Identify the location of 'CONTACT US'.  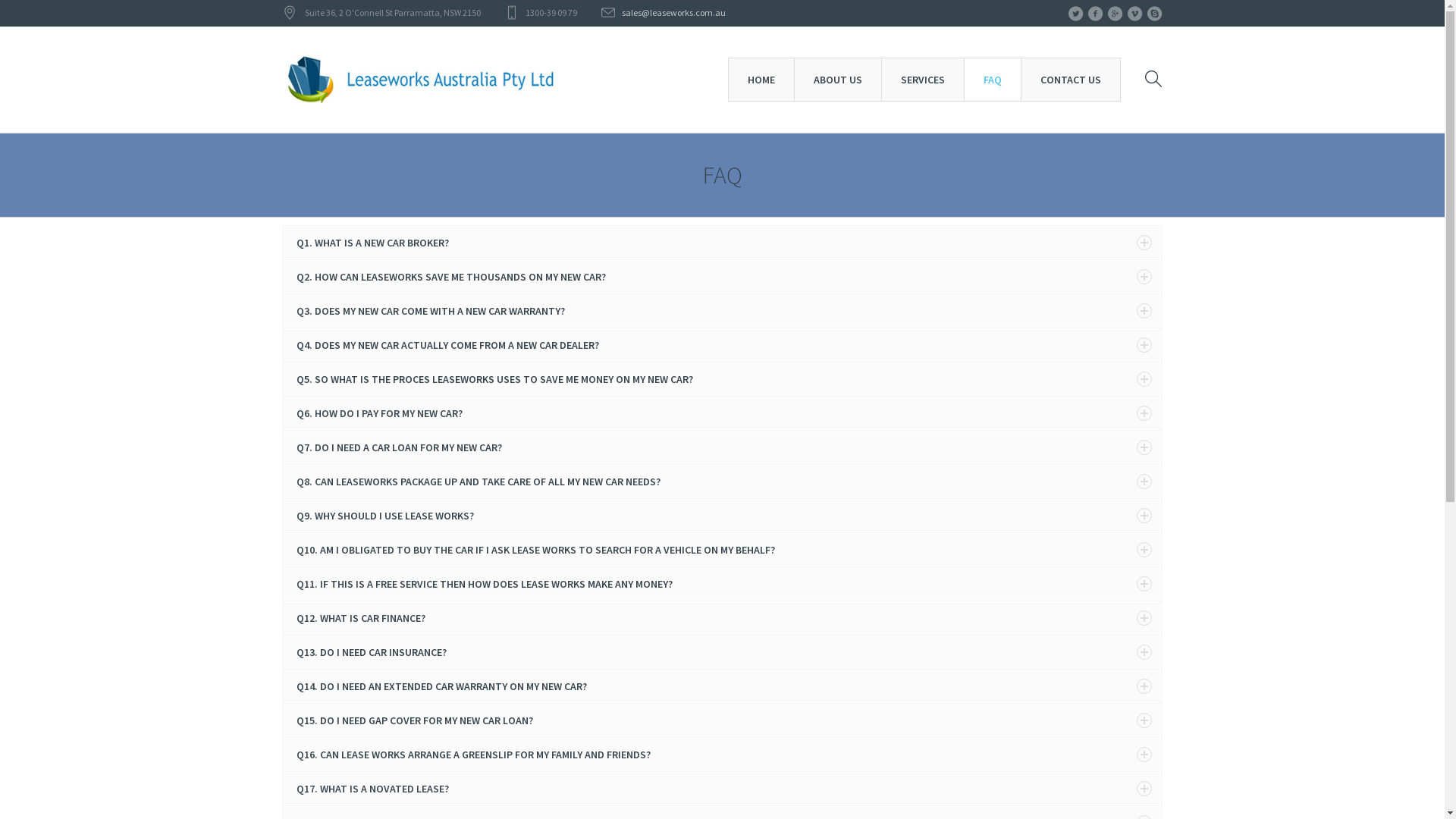
(1069, 79).